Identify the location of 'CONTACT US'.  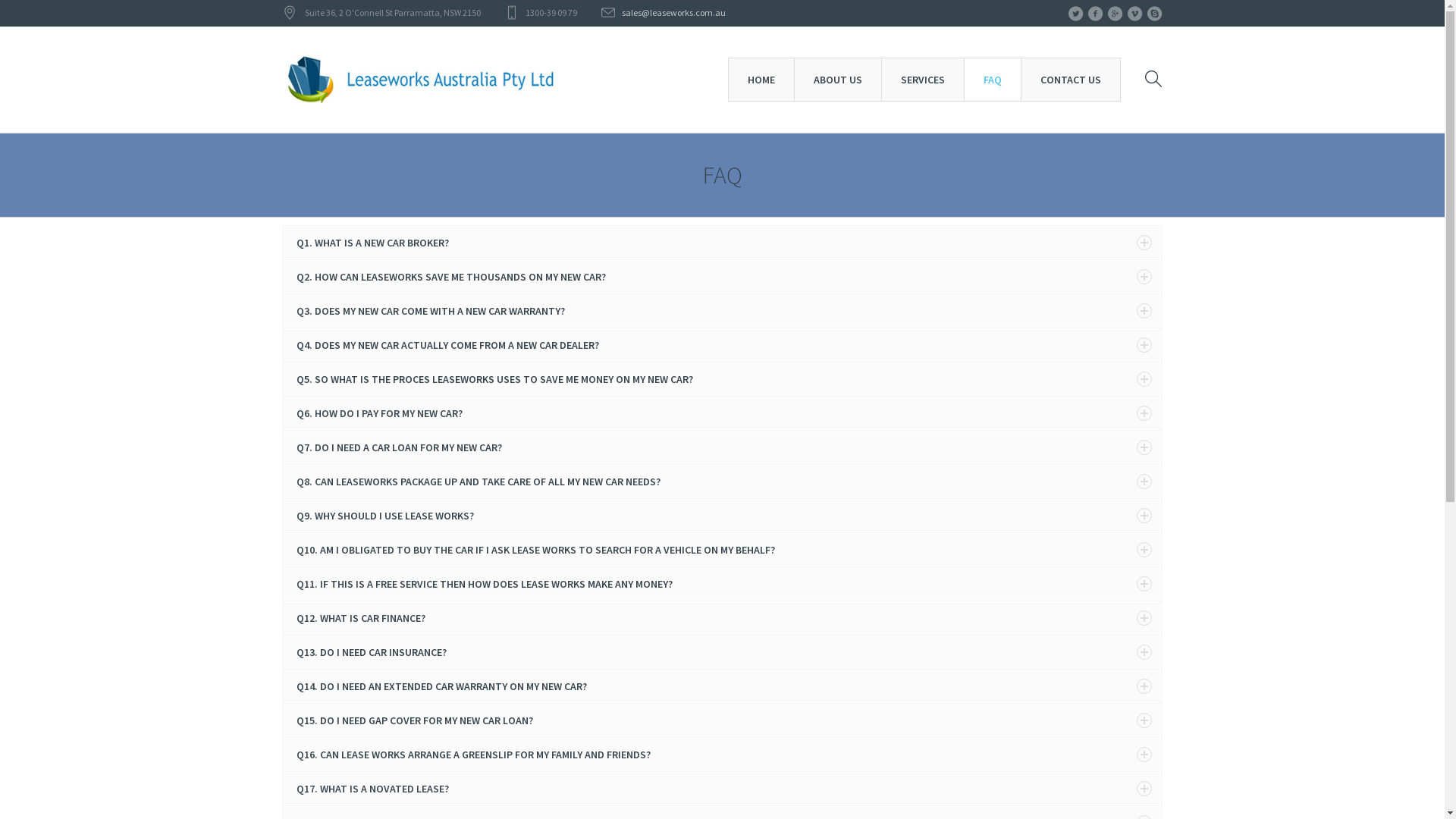
(1069, 79).